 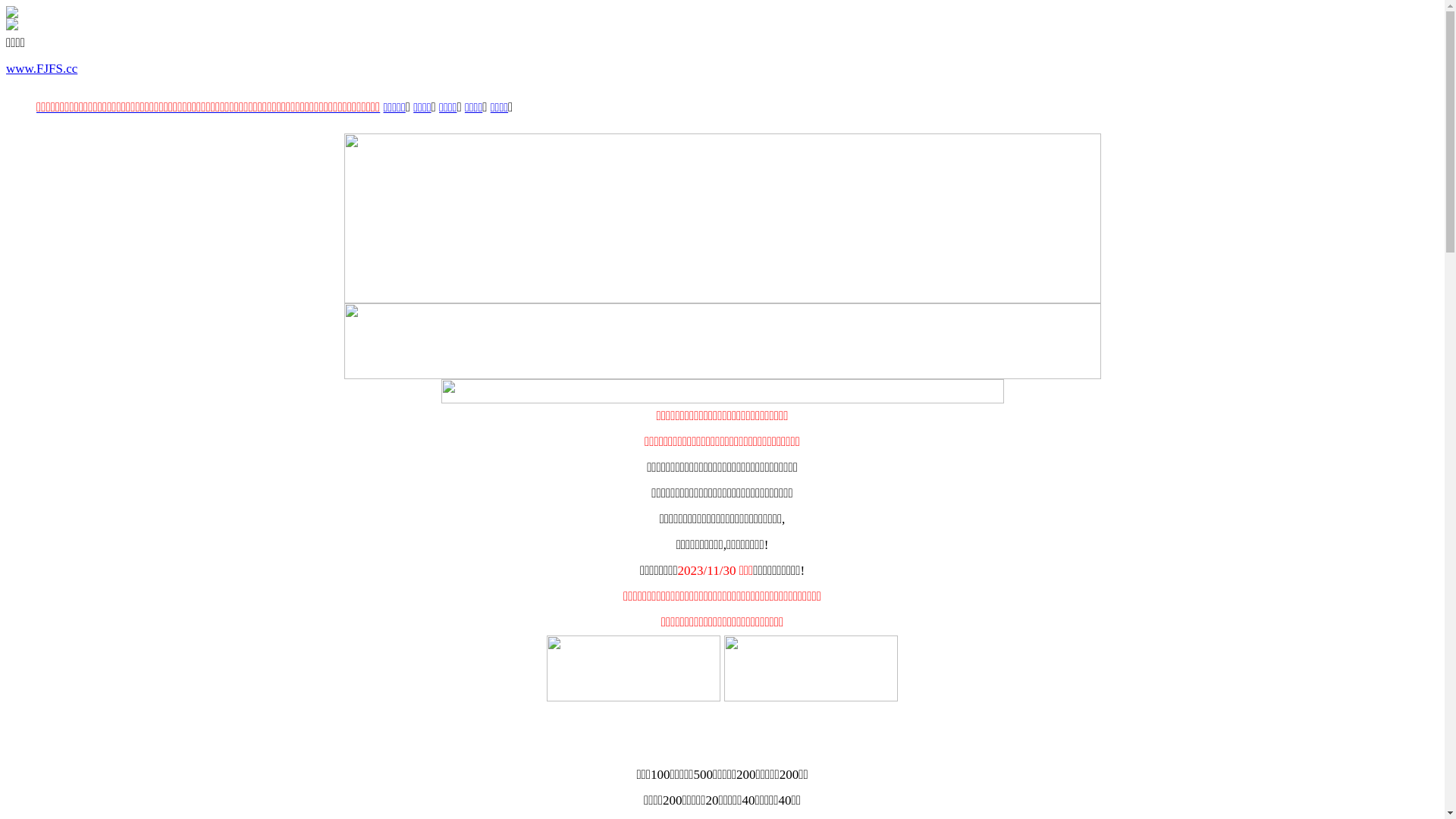 What do you see at coordinates (41, 68) in the screenshot?
I see `'www.FJFS.cc'` at bounding box center [41, 68].